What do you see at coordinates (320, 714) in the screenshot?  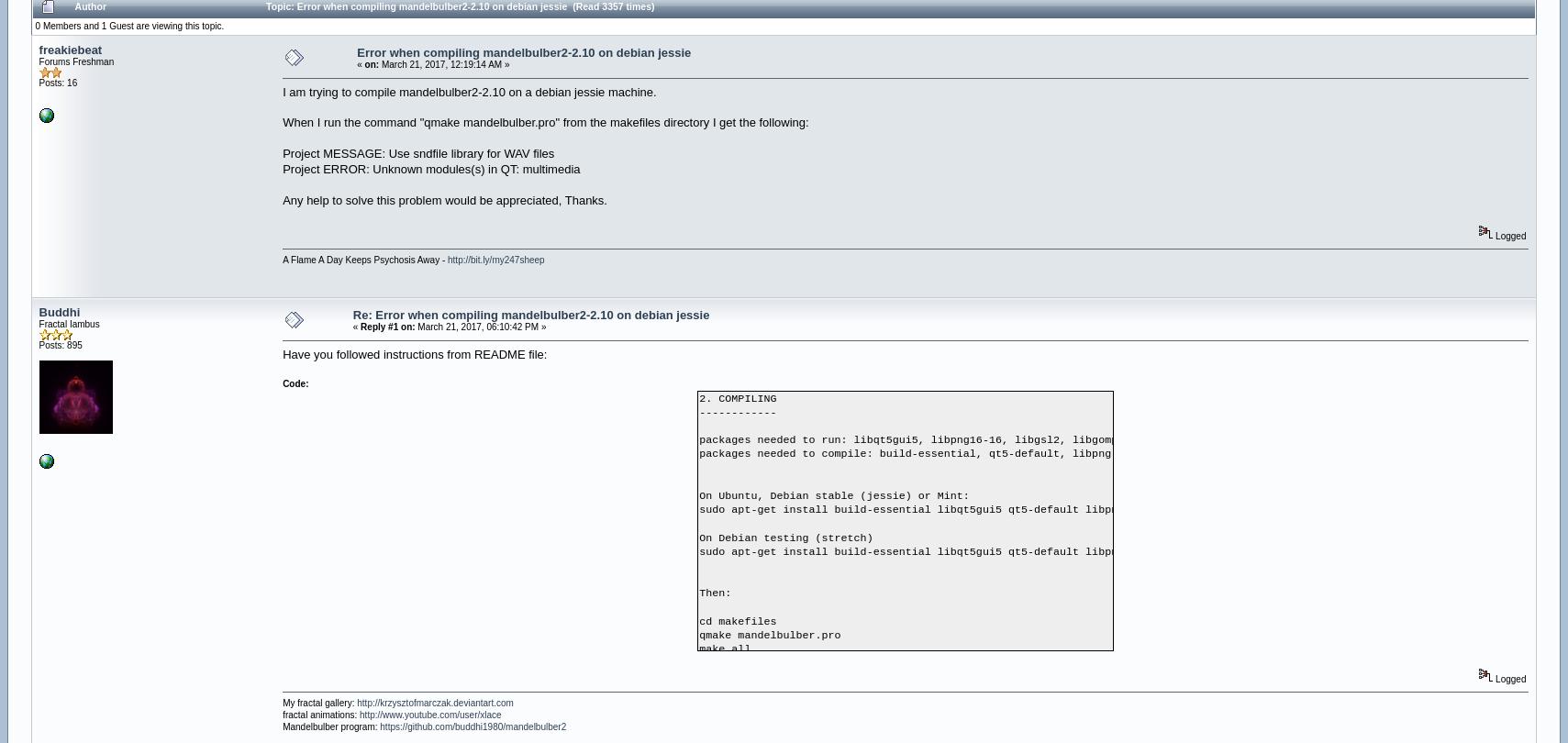 I see `'fractal animations:'` at bounding box center [320, 714].